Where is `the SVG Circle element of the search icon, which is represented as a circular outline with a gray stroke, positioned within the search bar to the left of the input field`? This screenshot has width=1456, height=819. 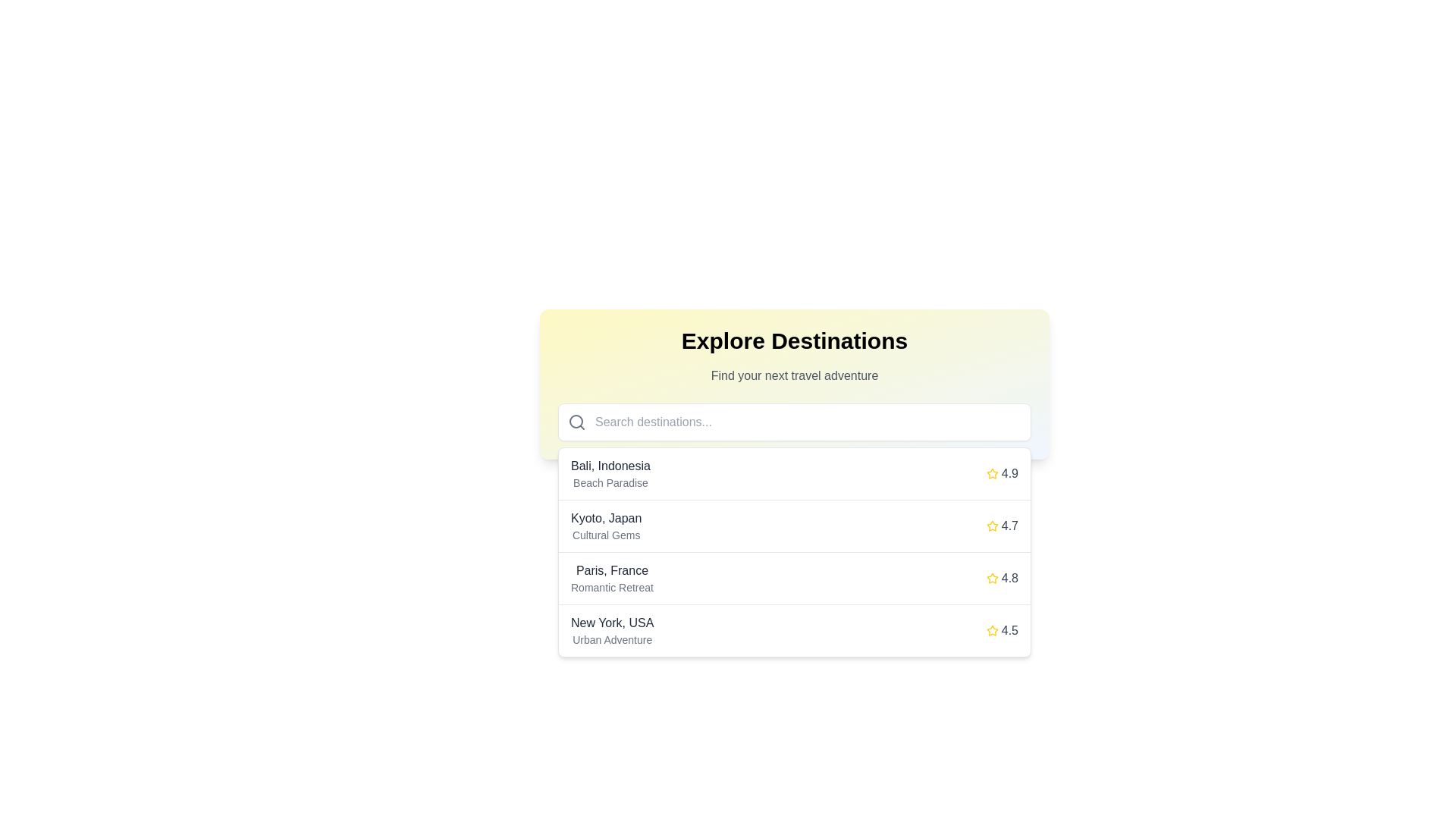 the SVG Circle element of the search icon, which is represented as a circular outline with a gray stroke, positioned within the search bar to the left of the input field is located at coordinates (575, 421).